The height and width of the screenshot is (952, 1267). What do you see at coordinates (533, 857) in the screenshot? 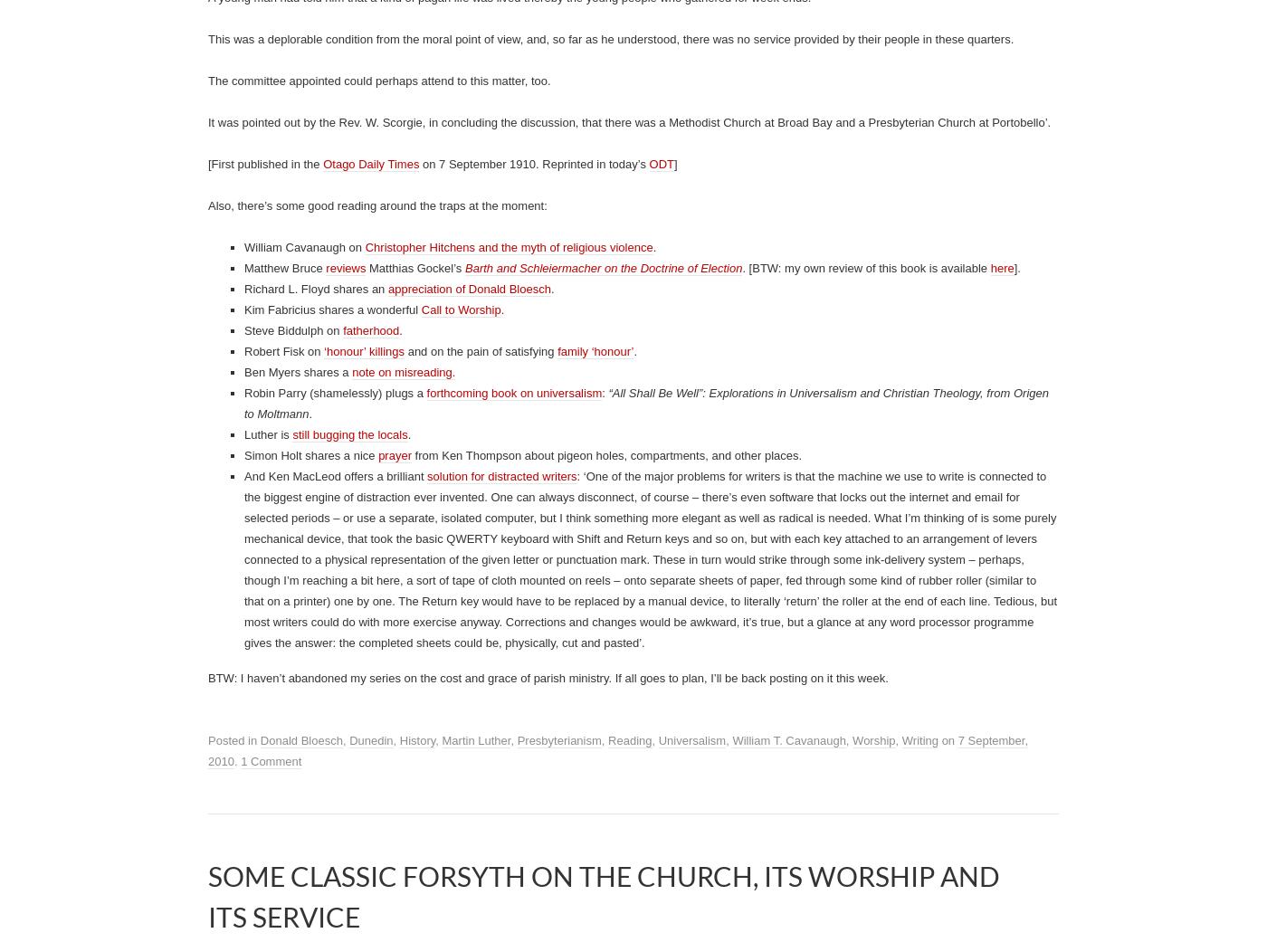
I see `'on 7 September 1910. Reprinted in today’s'` at bounding box center [533, 857].